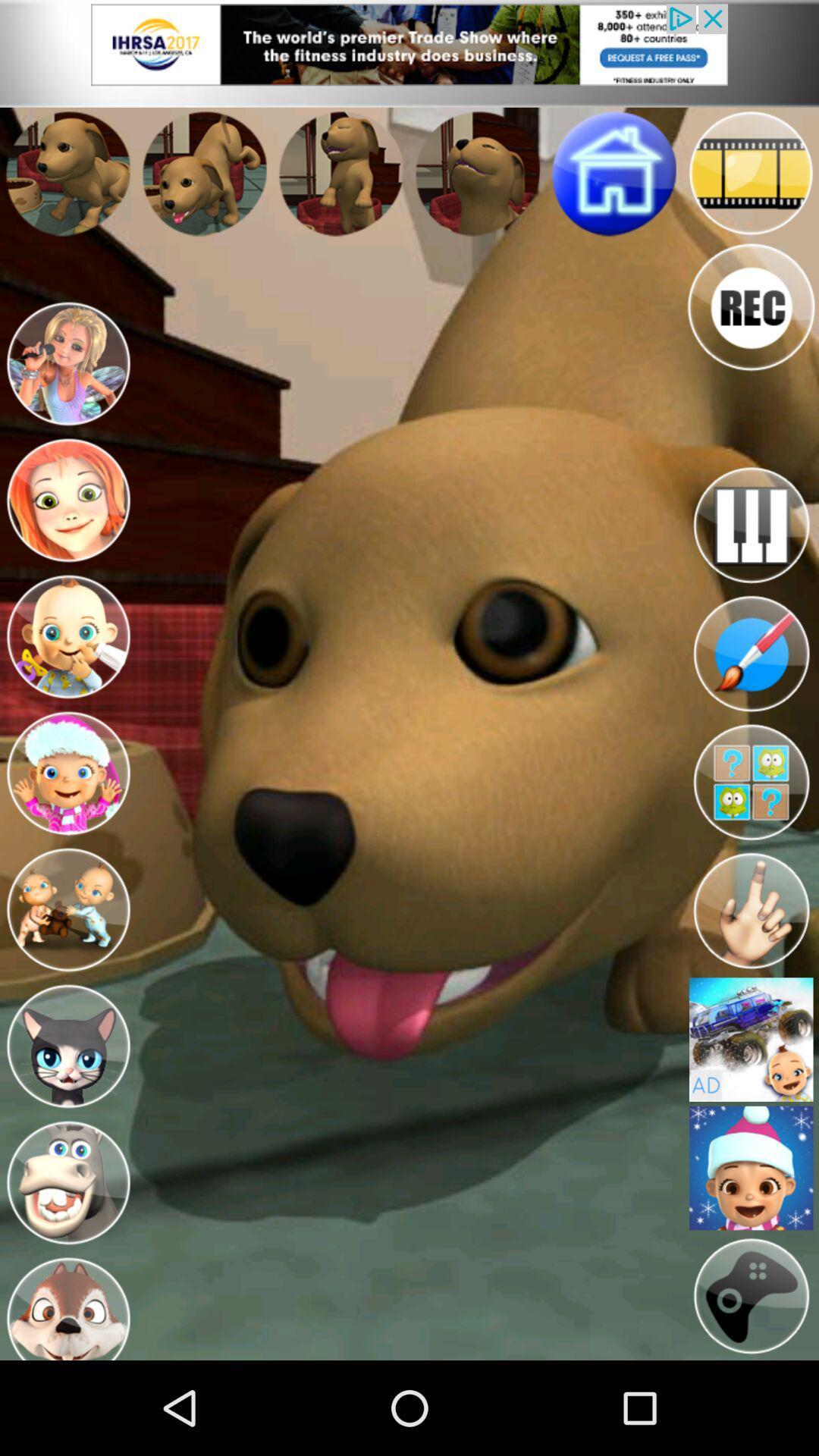  Describe the element at coordinates (751, 1387) in the screenshot. I see `the globe icon` at that location.